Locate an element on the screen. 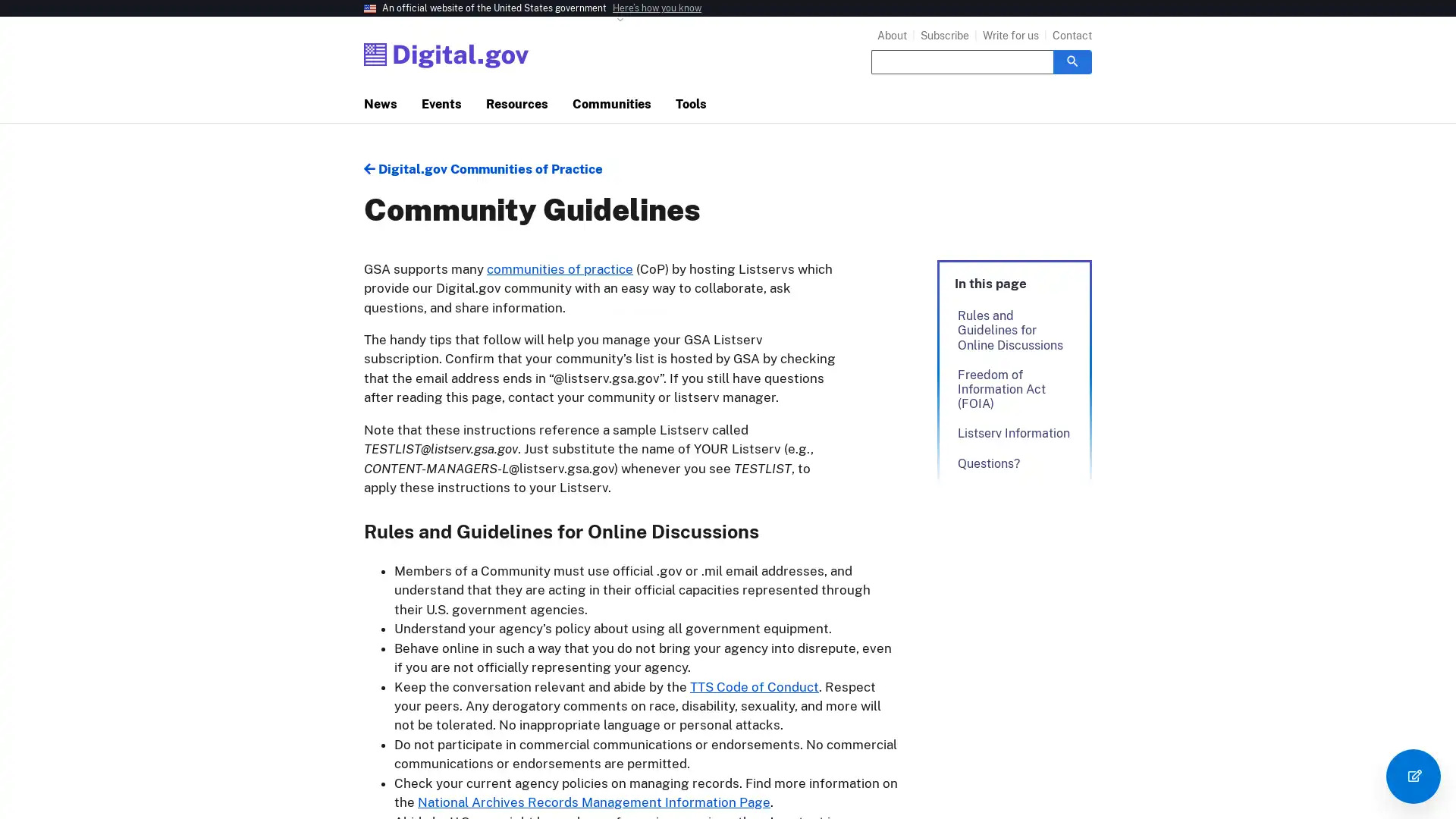  Heres how you know is located at coordinates (657, 8).